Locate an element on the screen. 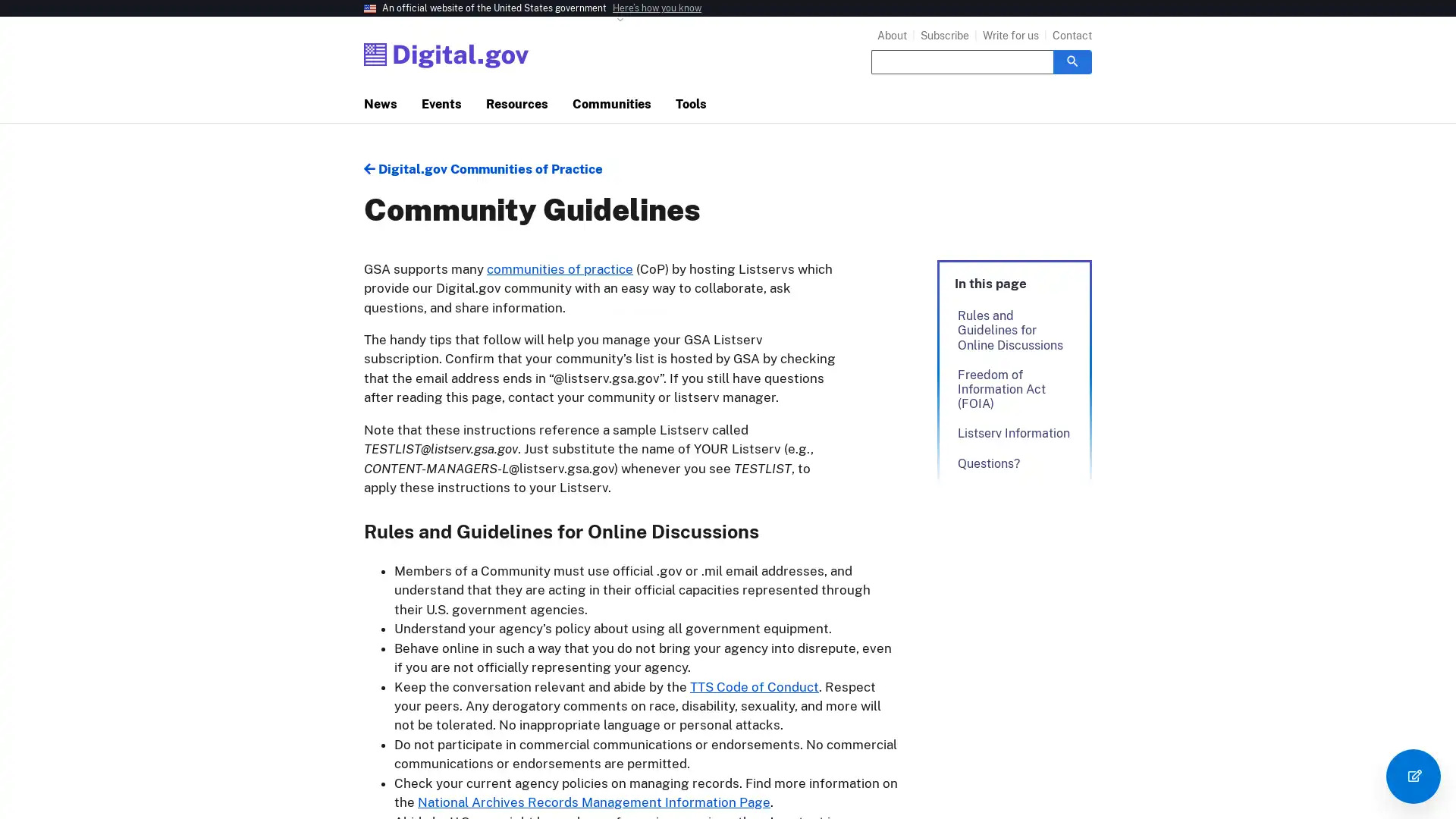  Heres how you know is located at coordinates (657, 8).